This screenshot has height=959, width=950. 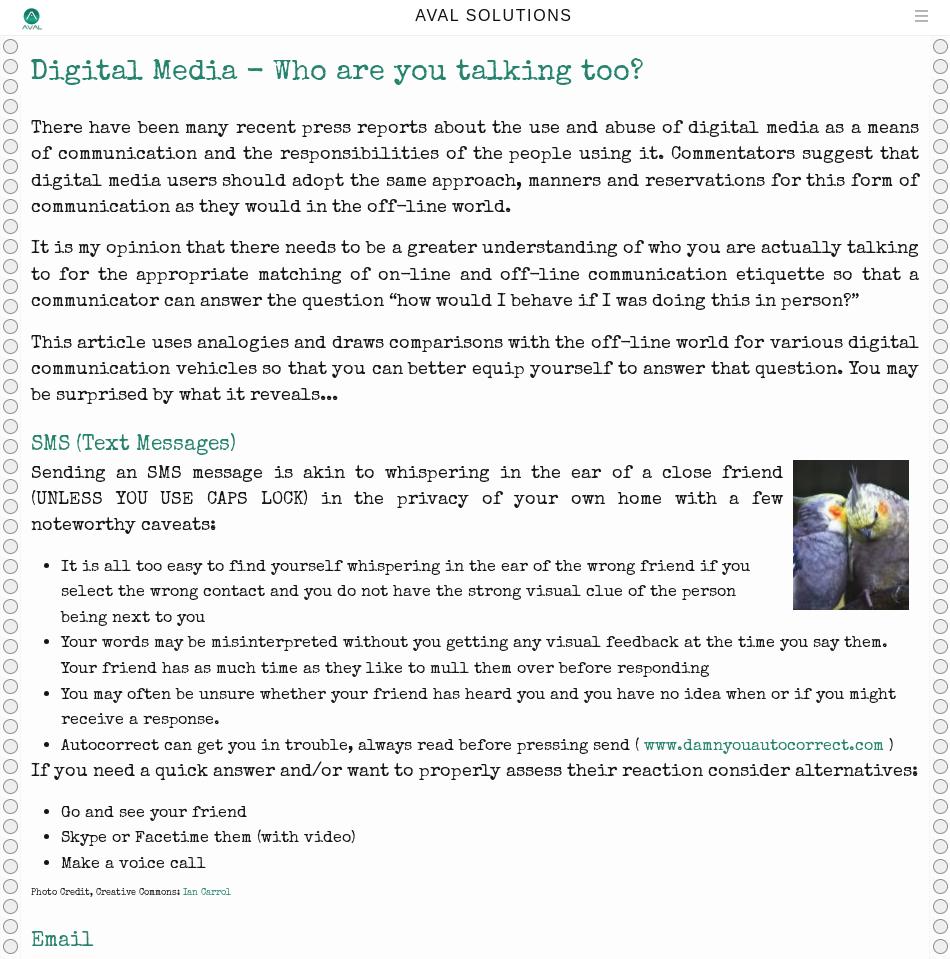 What do you see at coordinates (493, 14) in the screenshot?
I see `'Aval Solutions'` at bounding box center [493, 14].